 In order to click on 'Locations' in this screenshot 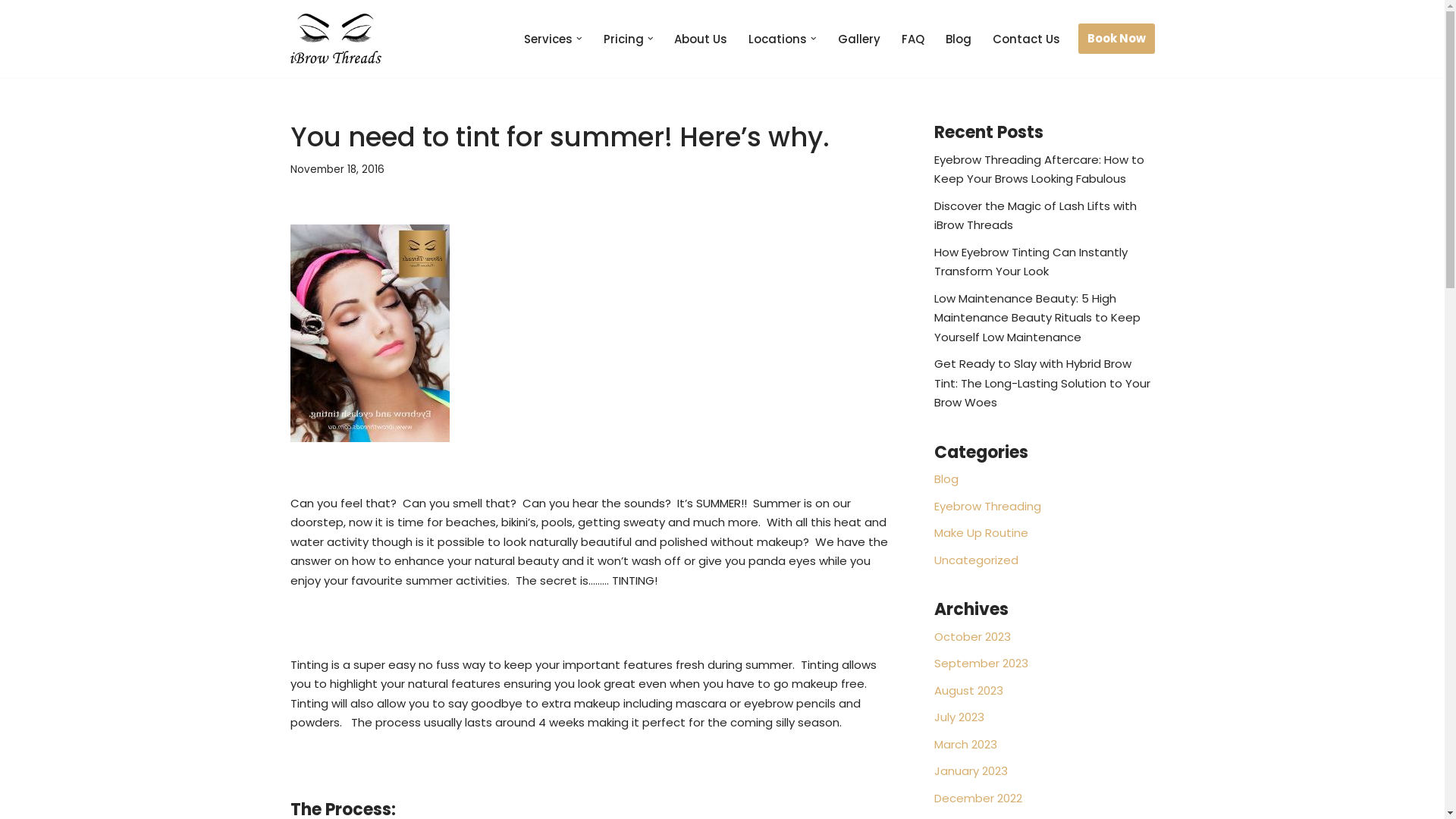, I will do `click(777, 38)`.